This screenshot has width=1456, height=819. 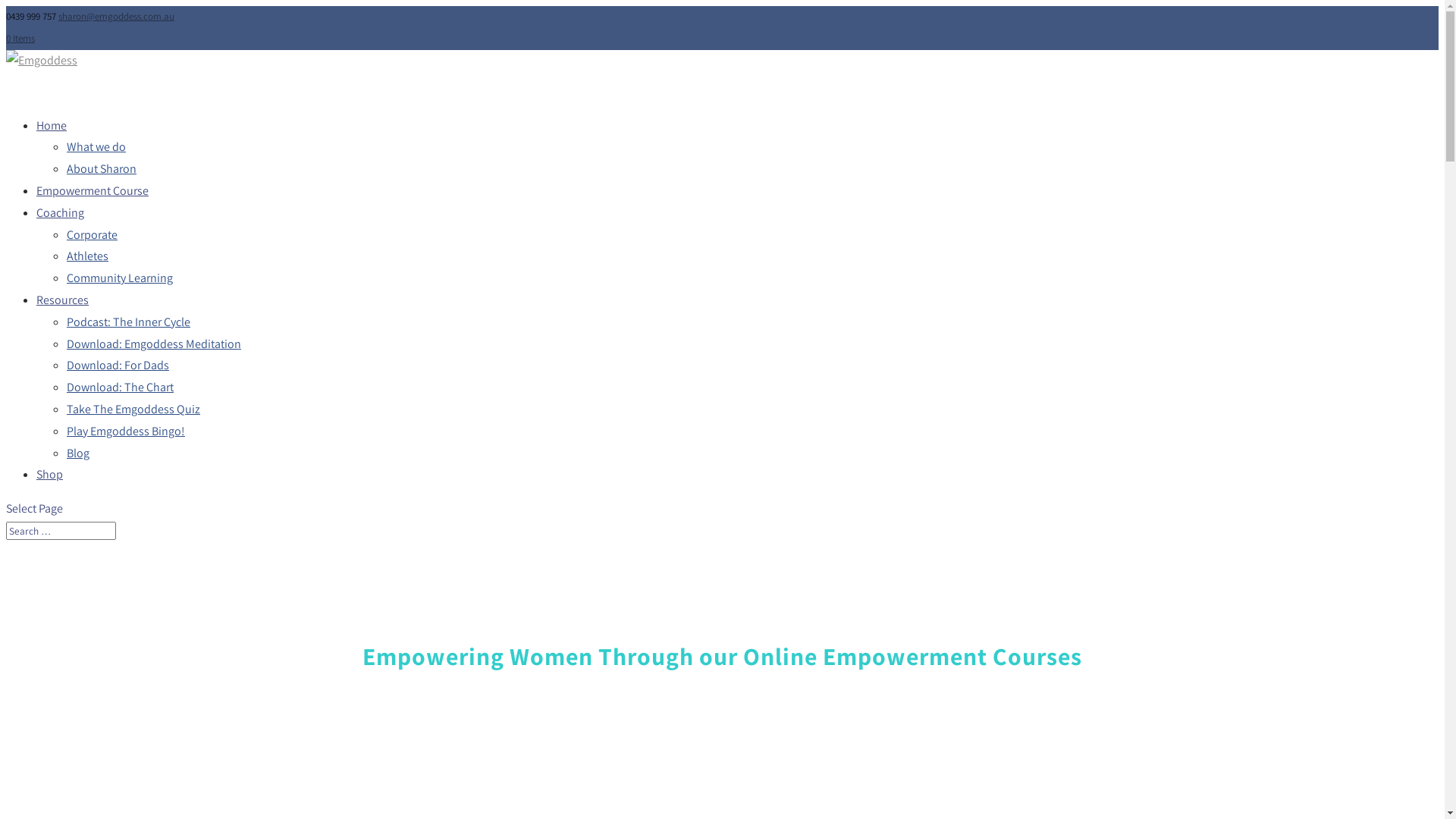 What do you see at coordinates (61, 529) in the screenshot?
I see `'Search for:'` at bounding box center [61, 529].